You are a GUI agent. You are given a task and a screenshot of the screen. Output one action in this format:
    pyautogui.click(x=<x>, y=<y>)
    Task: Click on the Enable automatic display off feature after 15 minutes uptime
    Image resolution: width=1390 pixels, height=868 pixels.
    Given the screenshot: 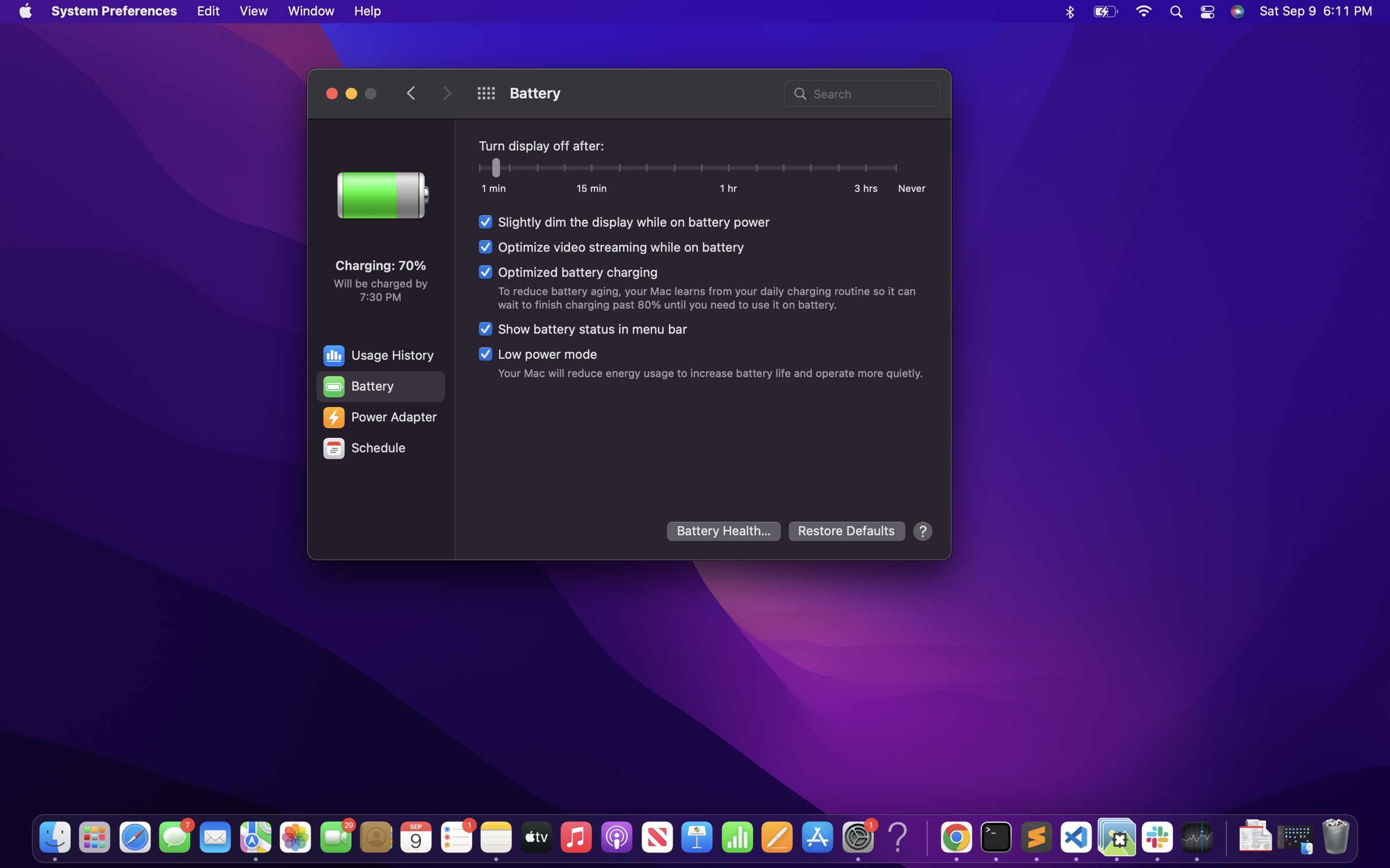 What is the action you would take?
    pyautogui.click(x=592, y=169)
    